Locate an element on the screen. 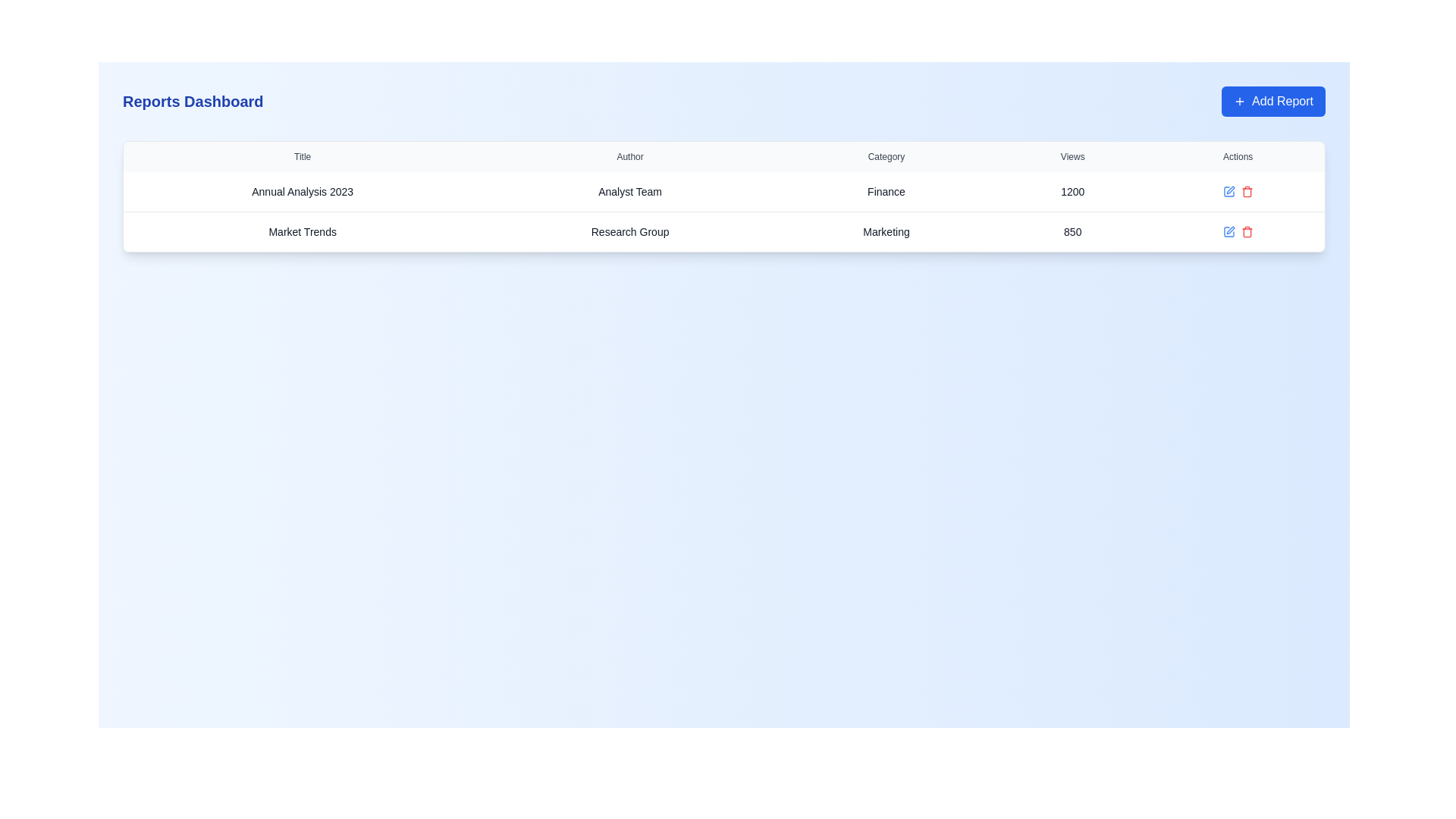  the 'Category' text label in the header row of the table, which is styled in smaller grey font and located at the third position in the header row is located at coordinates (886, 157).